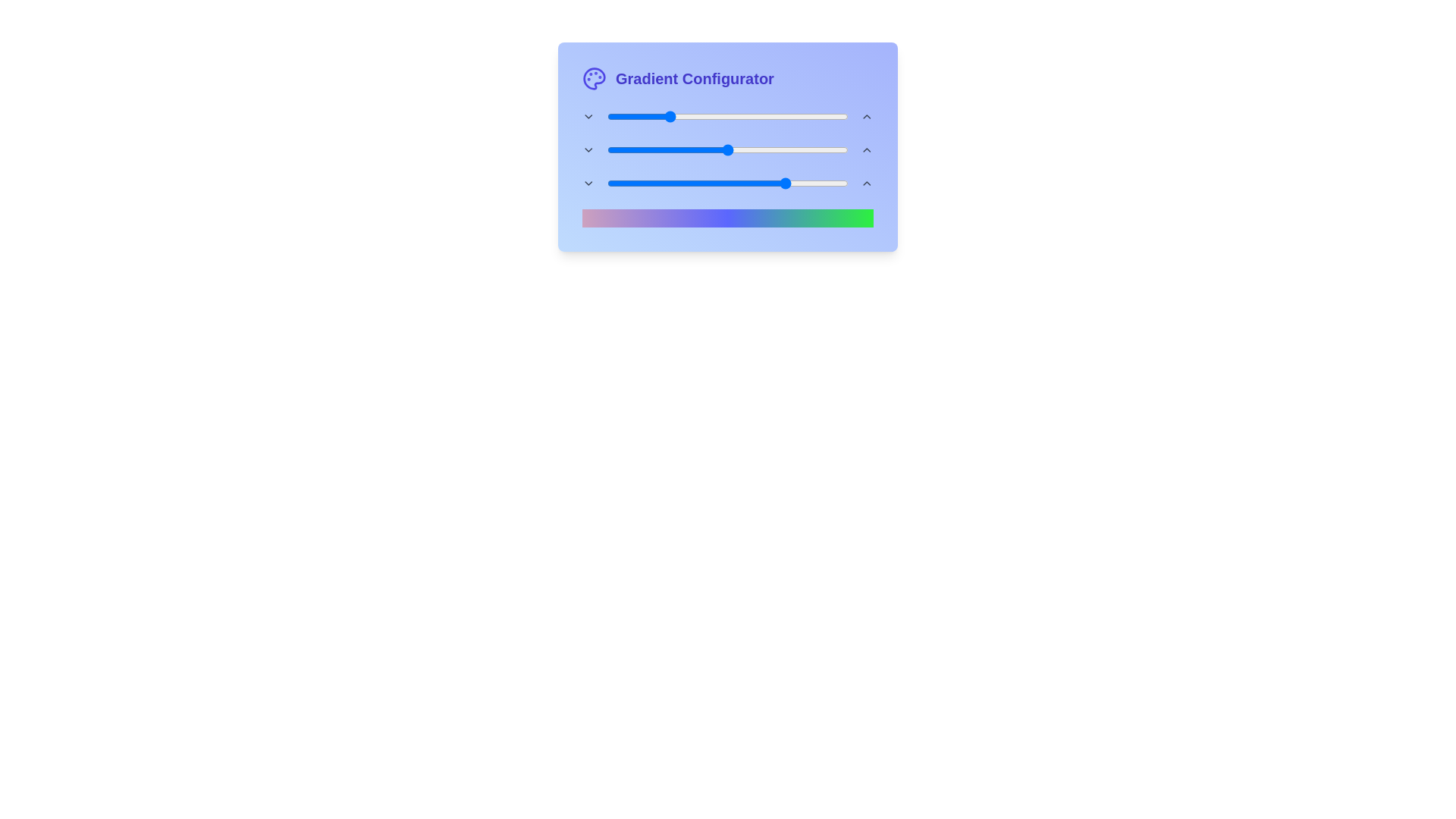  Describe the element at coordinates (609, 149) in the screenshot. I see `the mid gradient slider to 1 percent` at that location.